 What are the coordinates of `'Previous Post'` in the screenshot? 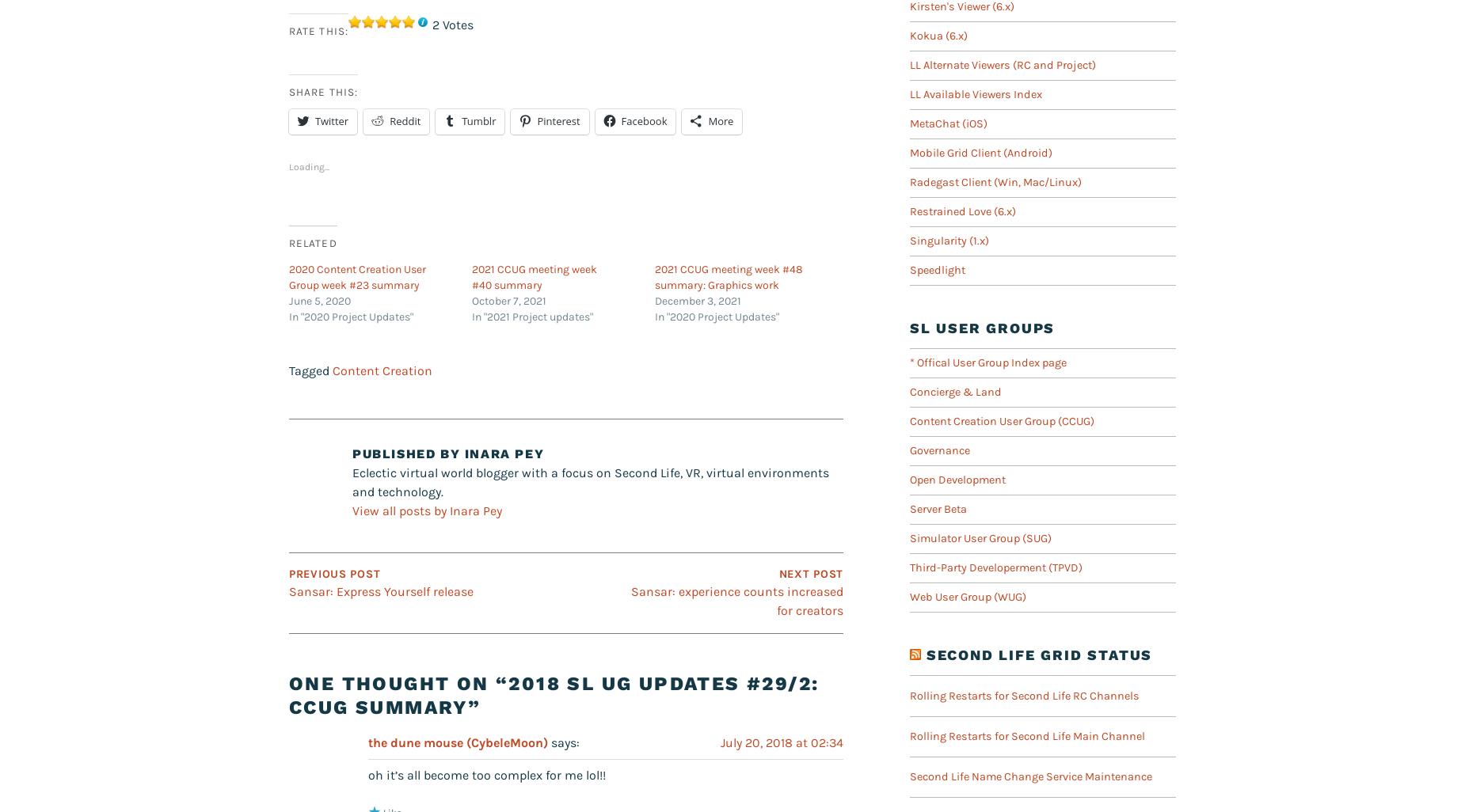 It's located at (333, 573).